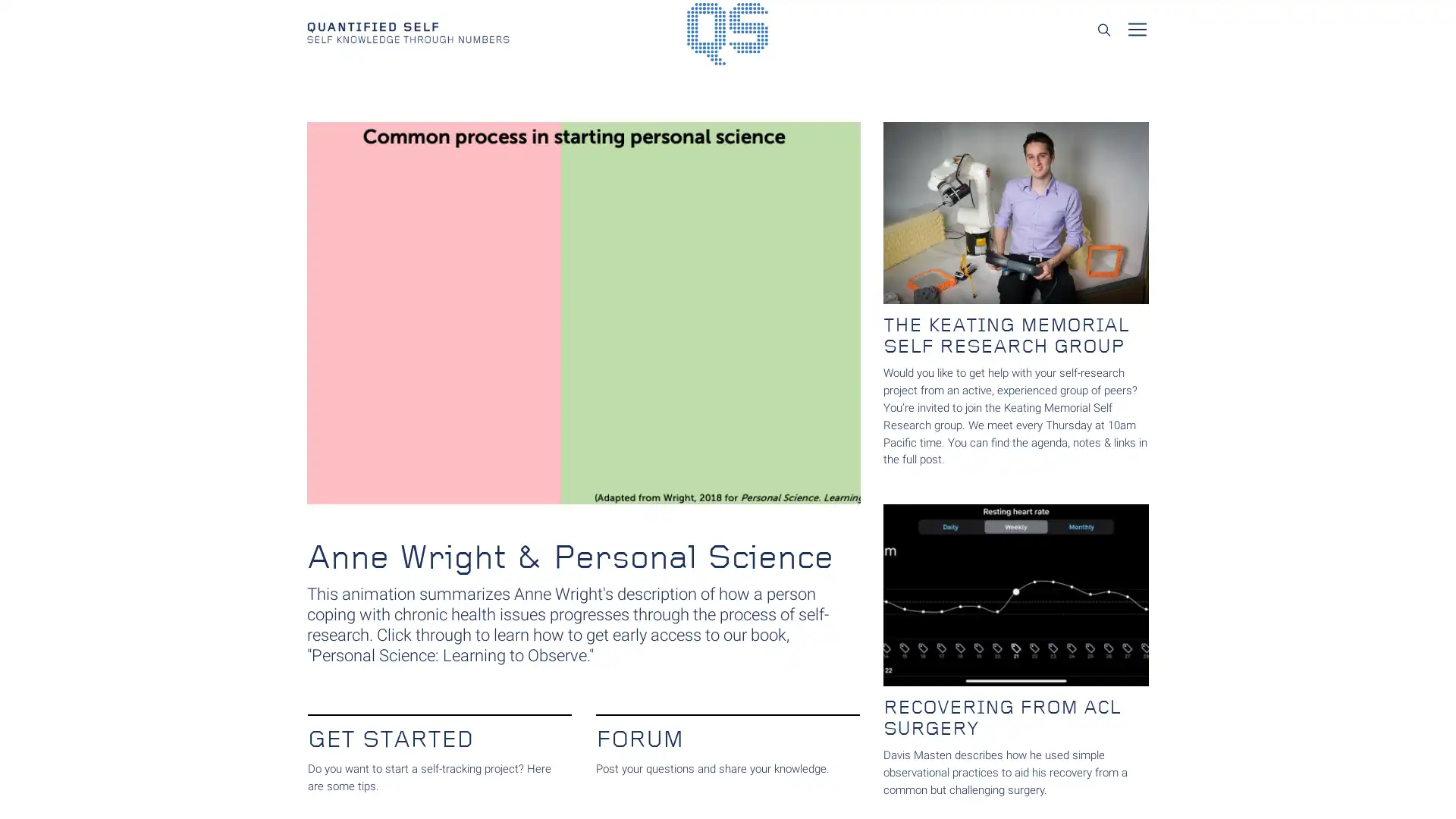 This screenshot has height=819, width=1456. Describe the element at coordinates (1137, 29) in the screenshot. I see `Toggle navigation` at that location.